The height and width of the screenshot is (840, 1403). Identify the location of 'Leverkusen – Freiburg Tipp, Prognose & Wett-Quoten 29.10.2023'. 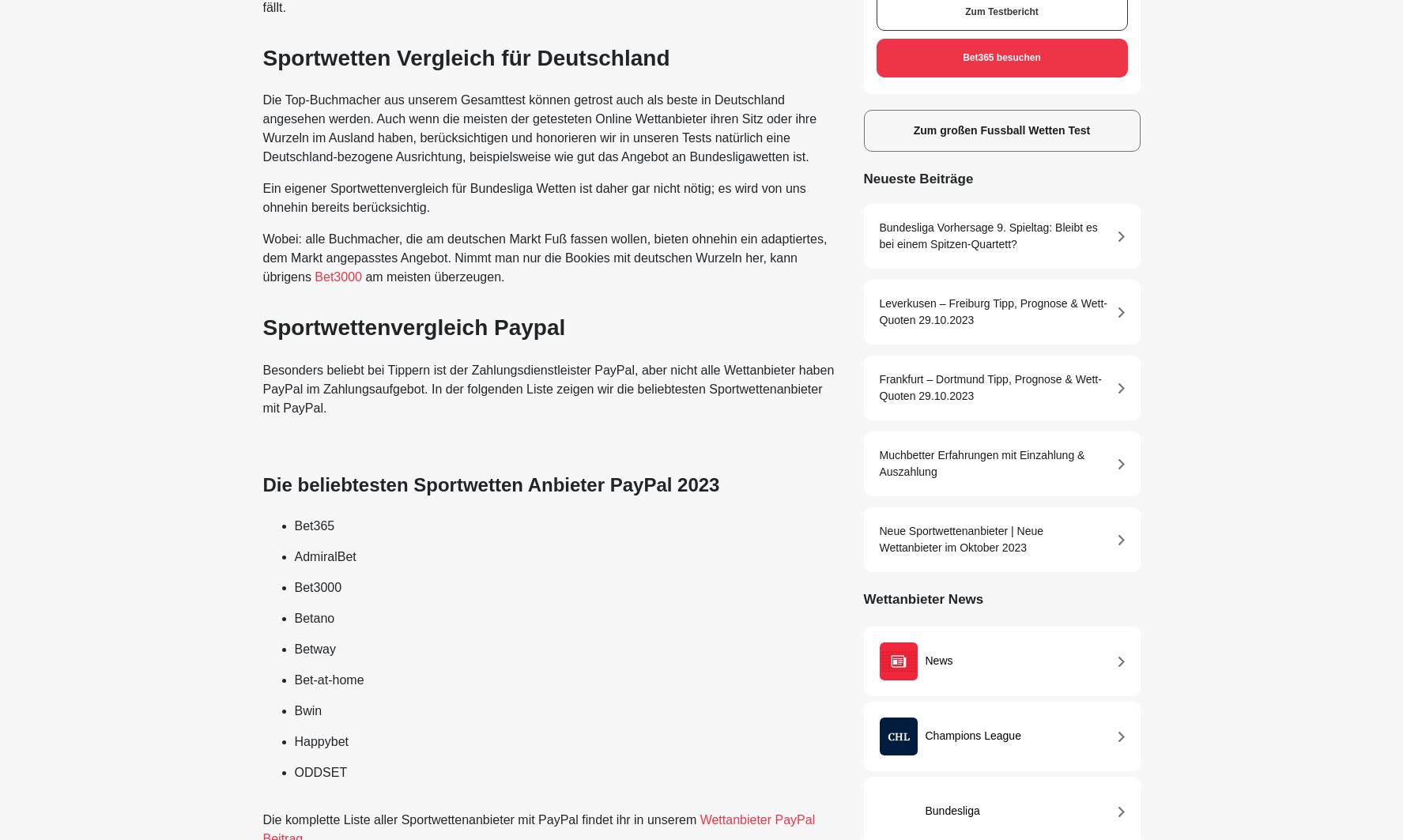
(992, 311).